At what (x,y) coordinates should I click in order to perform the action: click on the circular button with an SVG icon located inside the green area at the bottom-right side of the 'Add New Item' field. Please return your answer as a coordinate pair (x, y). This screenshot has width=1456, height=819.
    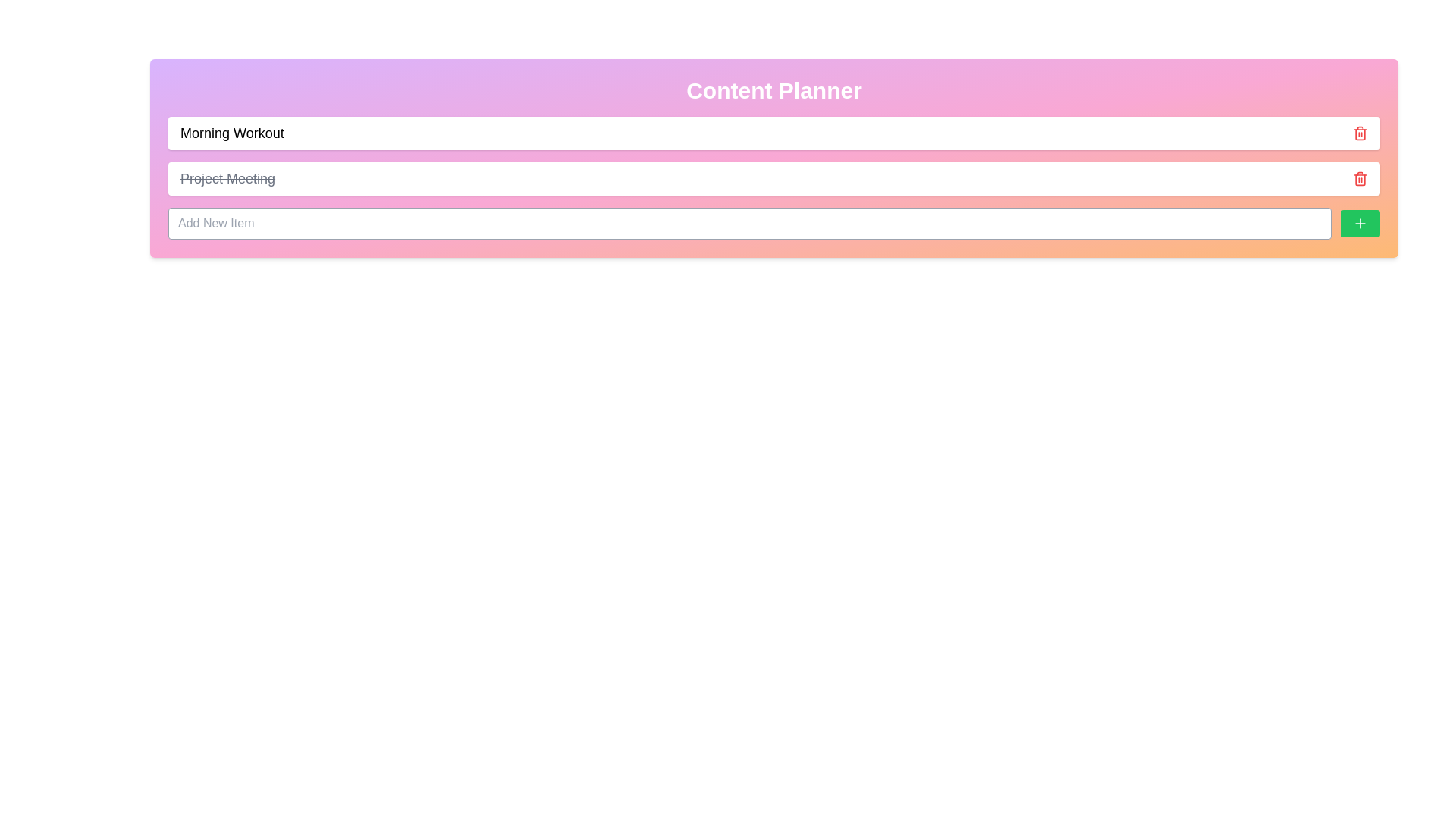
    Looking at the image, I should click on (1360, 223).